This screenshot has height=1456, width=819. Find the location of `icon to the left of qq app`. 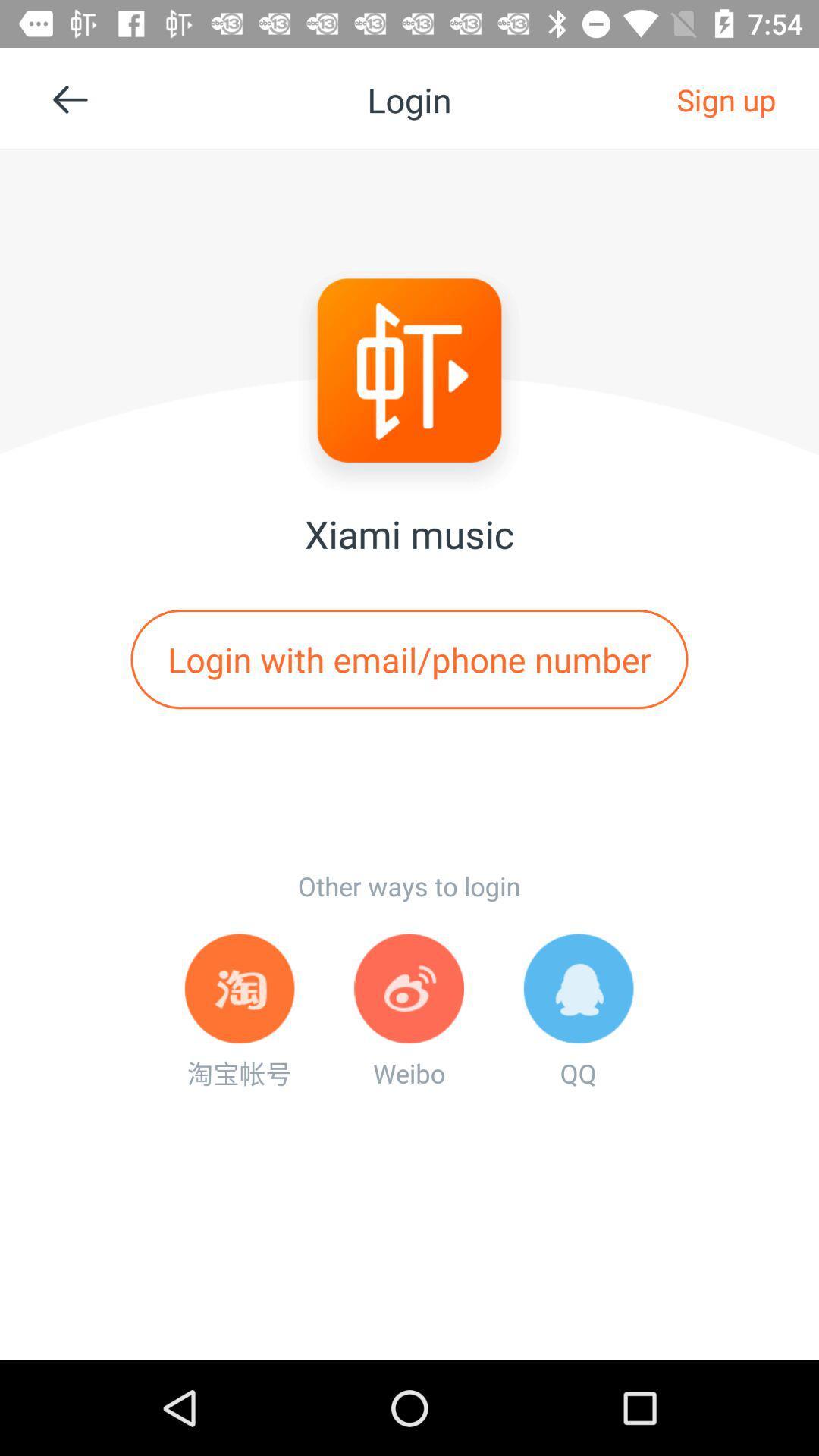

icon to the left of qq app is located at coordinates (408, 1012).